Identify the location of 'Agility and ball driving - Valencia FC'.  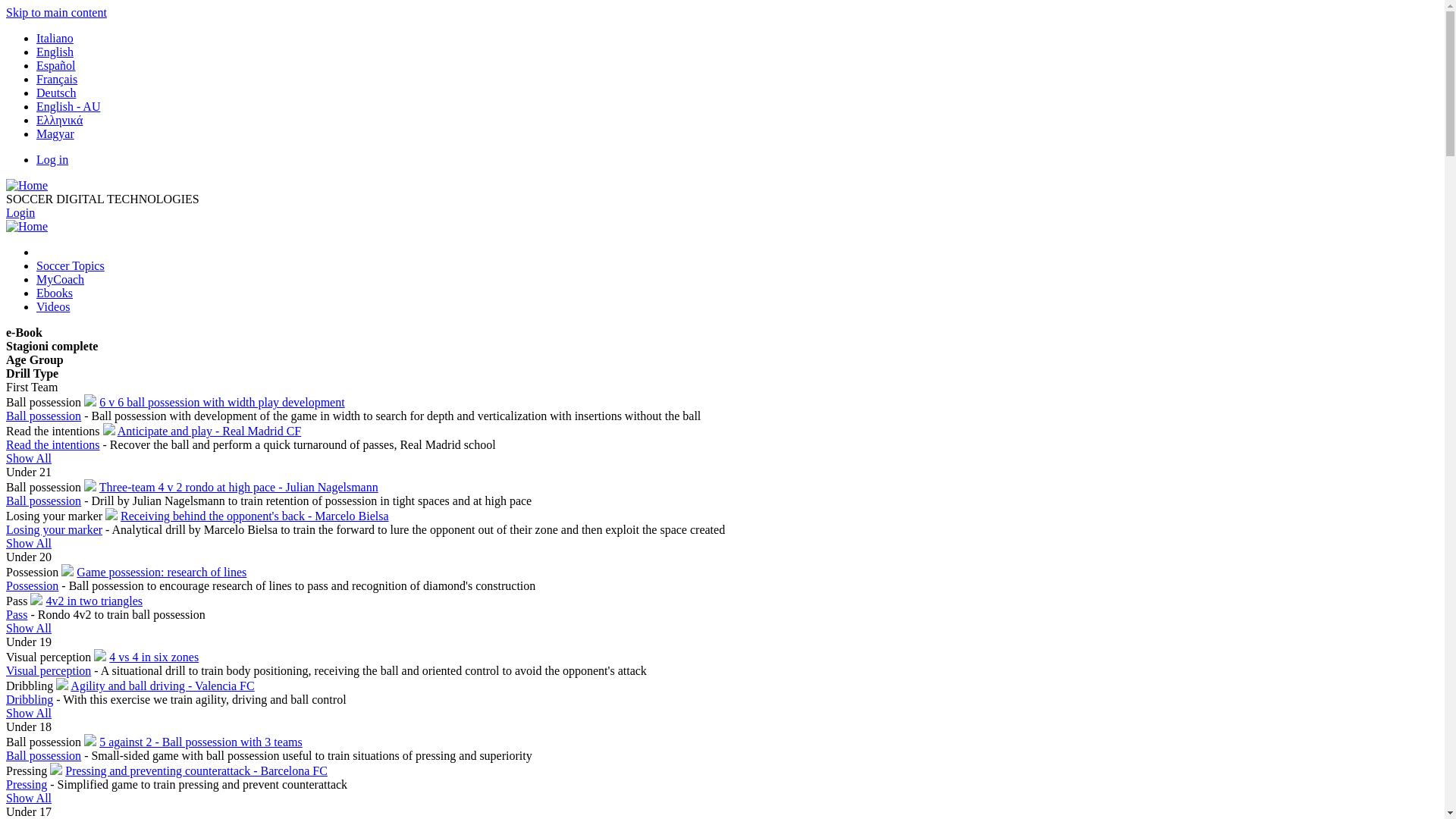
(162, 686).